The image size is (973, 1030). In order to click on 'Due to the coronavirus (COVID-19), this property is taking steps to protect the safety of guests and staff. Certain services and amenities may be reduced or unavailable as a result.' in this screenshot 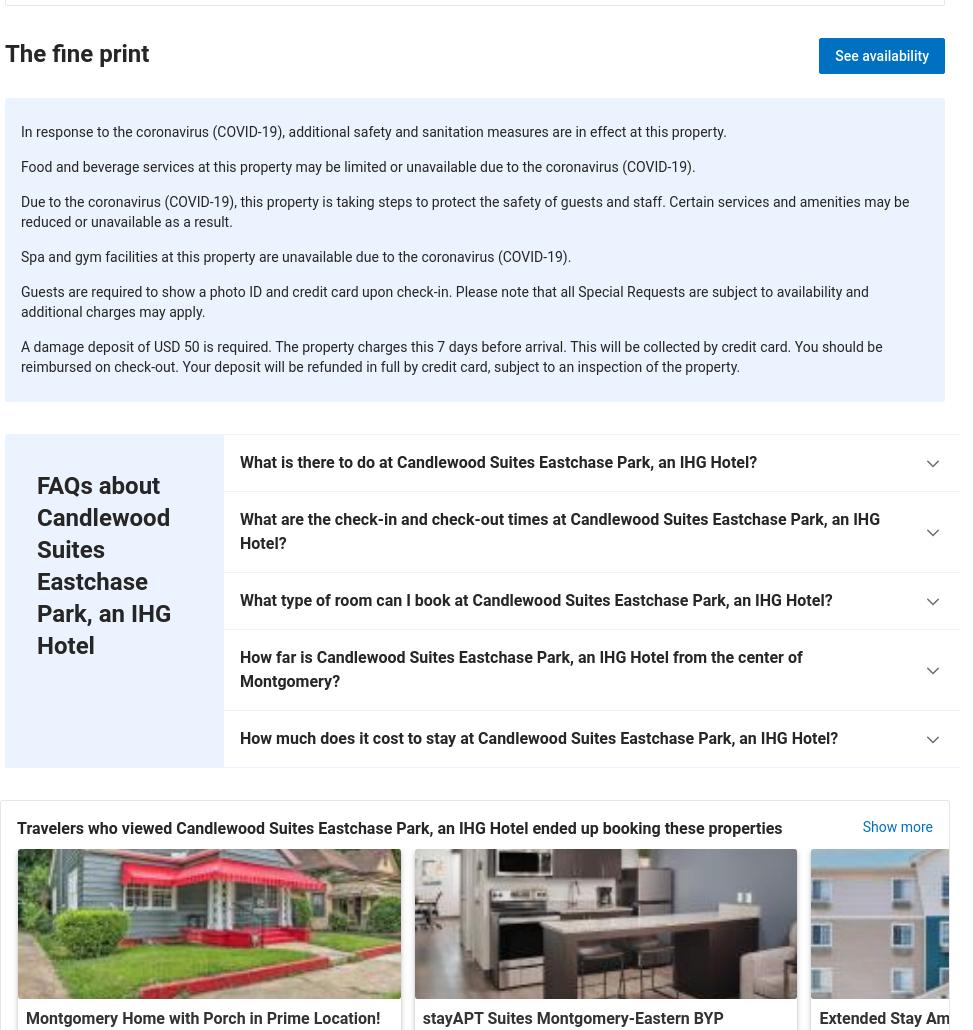, I will do `click(21, 211)`.